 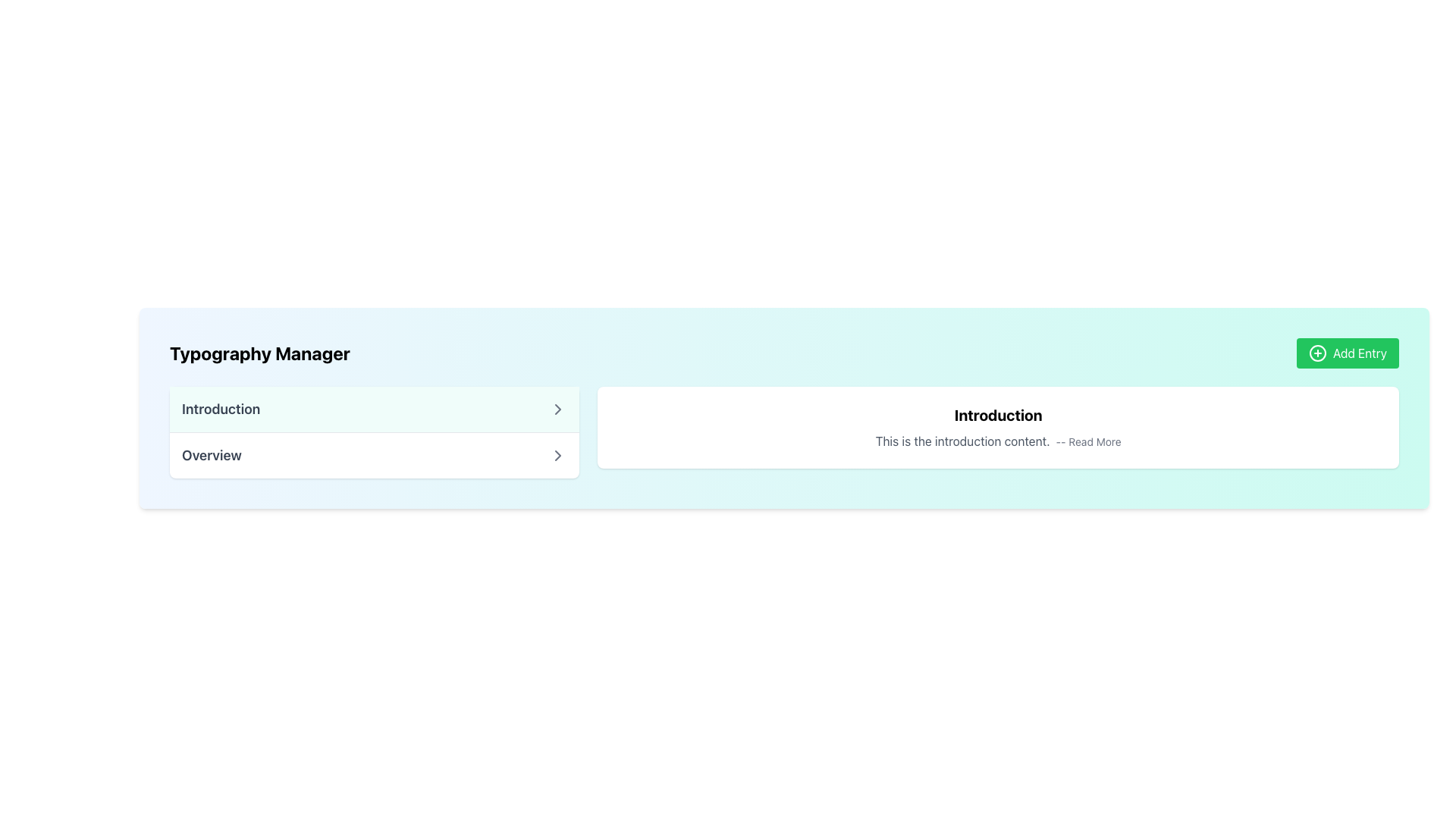 I want to click on the first selectable item in the sidebar menu that leads to the 'Introduction' content, so click(x=375, y=409).